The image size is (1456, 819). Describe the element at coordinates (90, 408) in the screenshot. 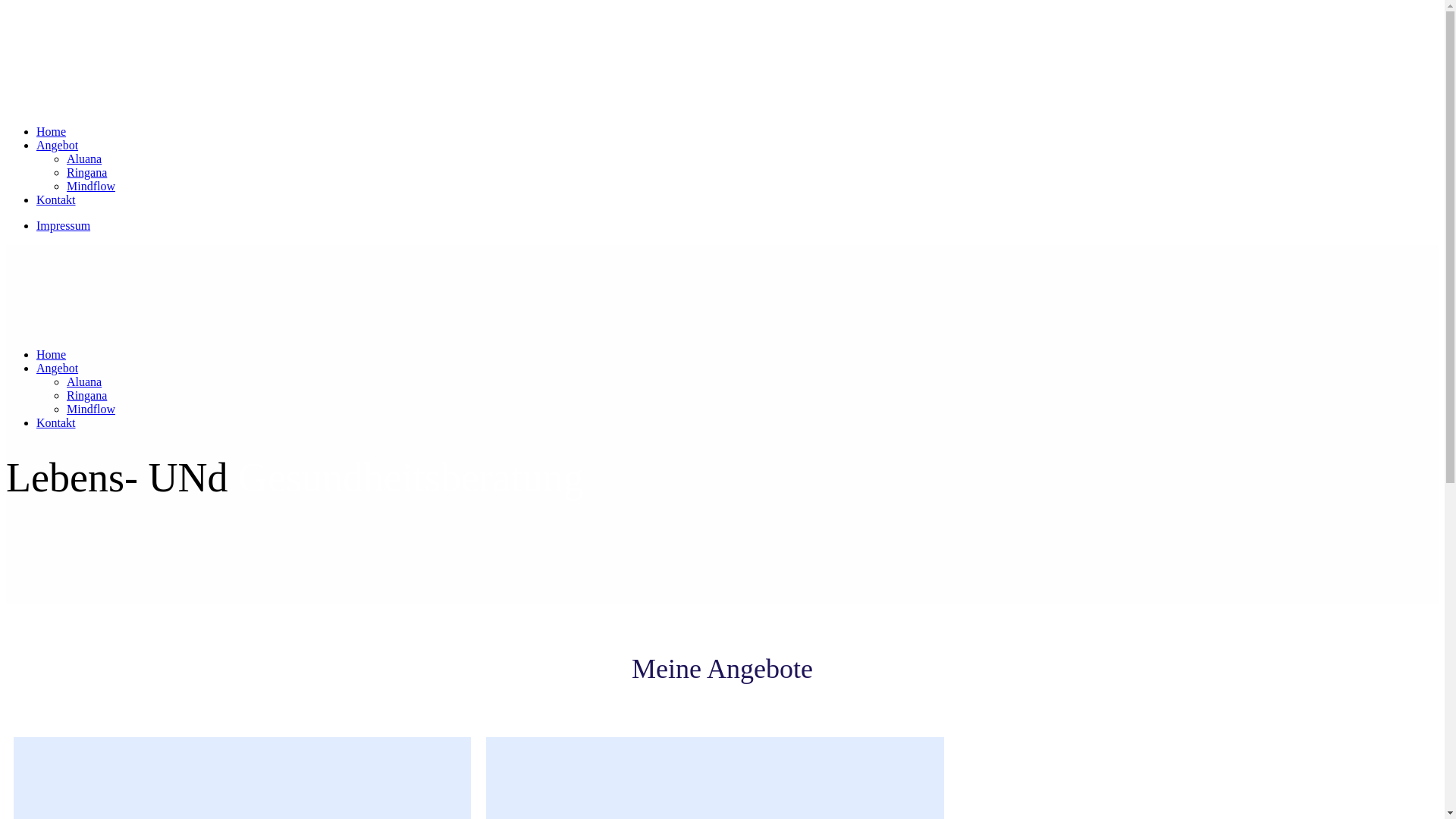

I see `'Mindflow'` at that location.